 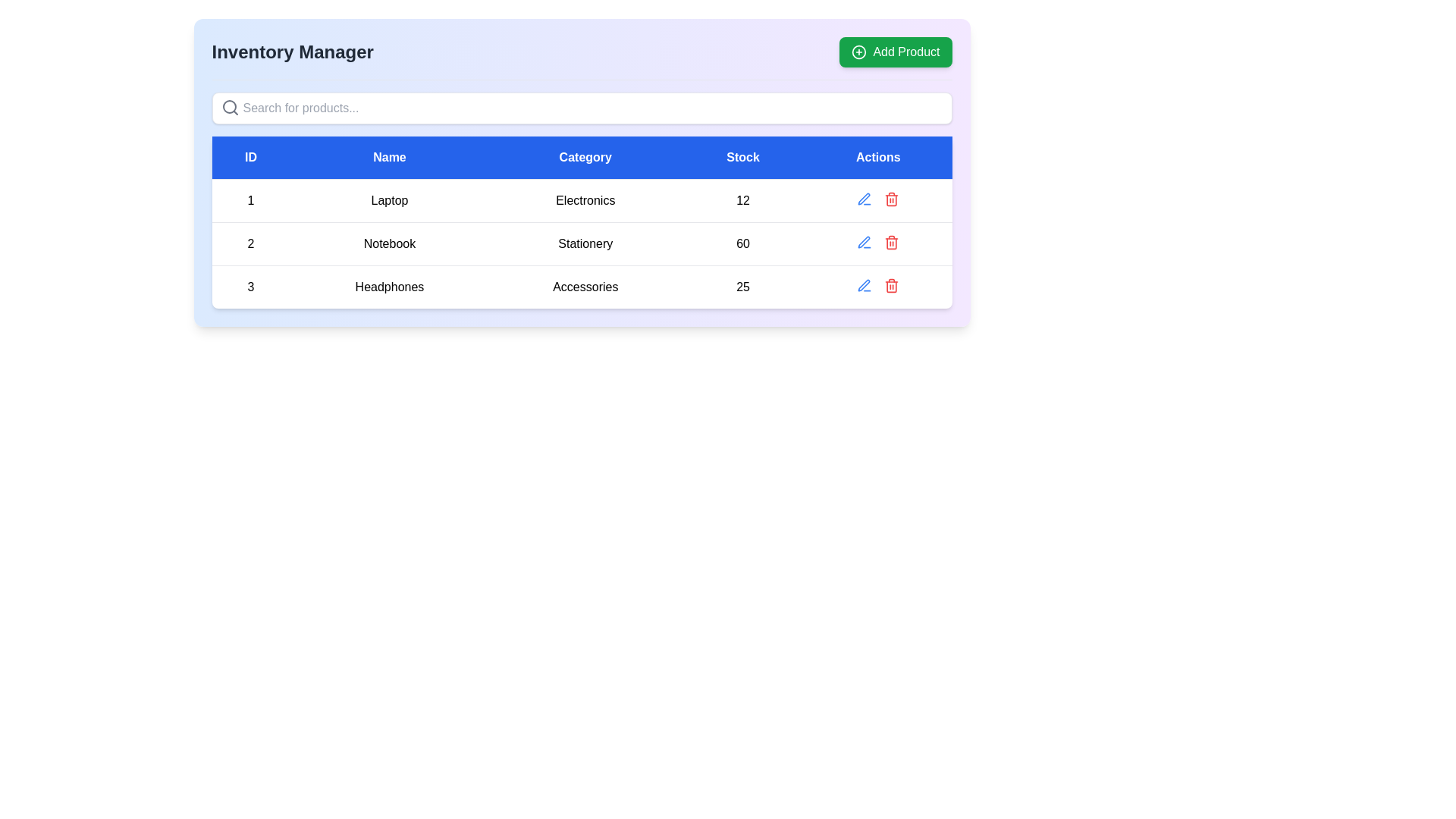 What do you see at coordinates (864, 198) in the screenshot?
I see `the edit button in the 'Actions' column of the second row of the table` at bounding box center [864, 198].